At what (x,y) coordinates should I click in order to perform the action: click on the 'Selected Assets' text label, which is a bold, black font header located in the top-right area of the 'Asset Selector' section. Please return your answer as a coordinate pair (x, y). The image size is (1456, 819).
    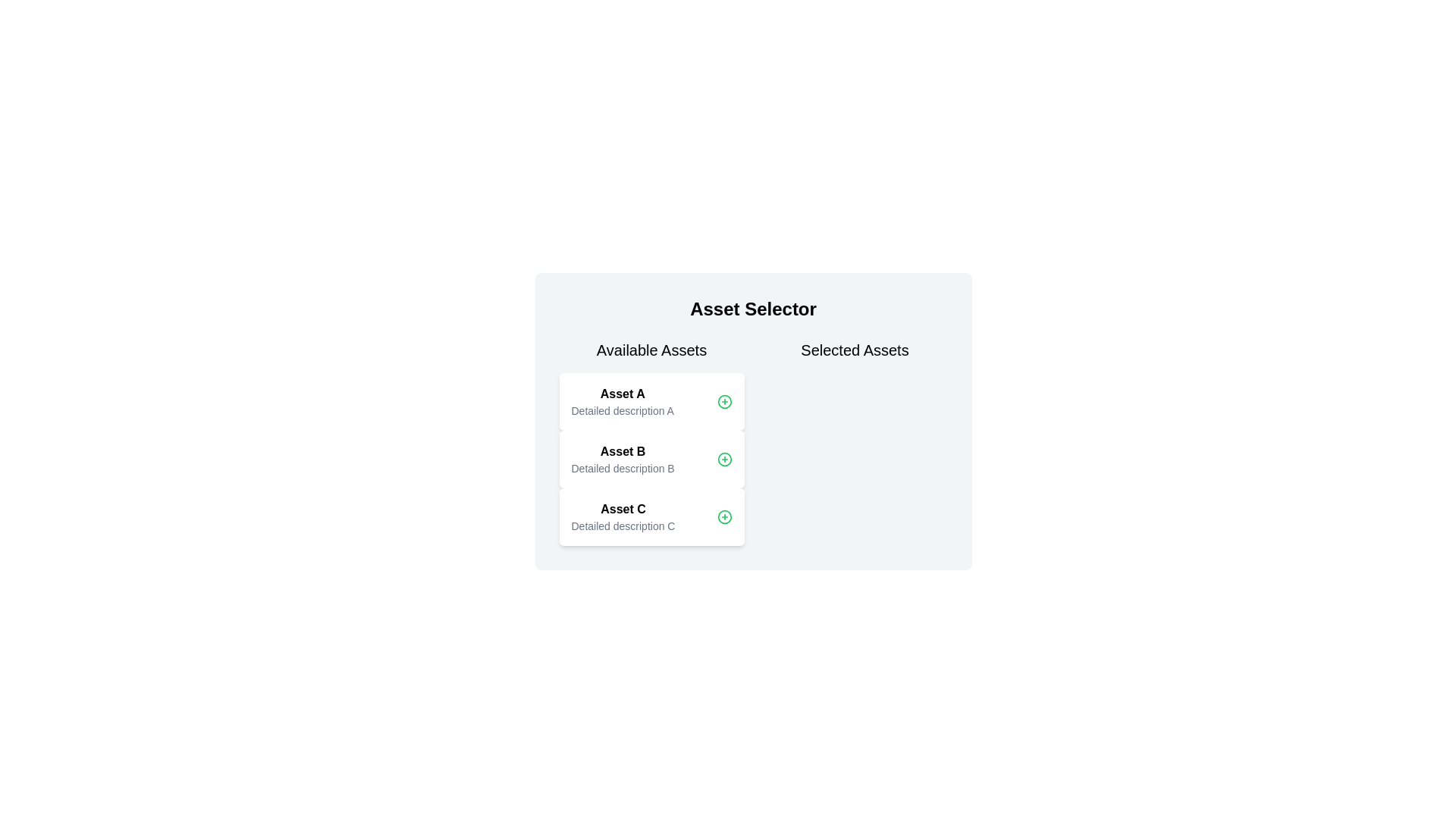
    Looking at the image, I should click on (855, 350).